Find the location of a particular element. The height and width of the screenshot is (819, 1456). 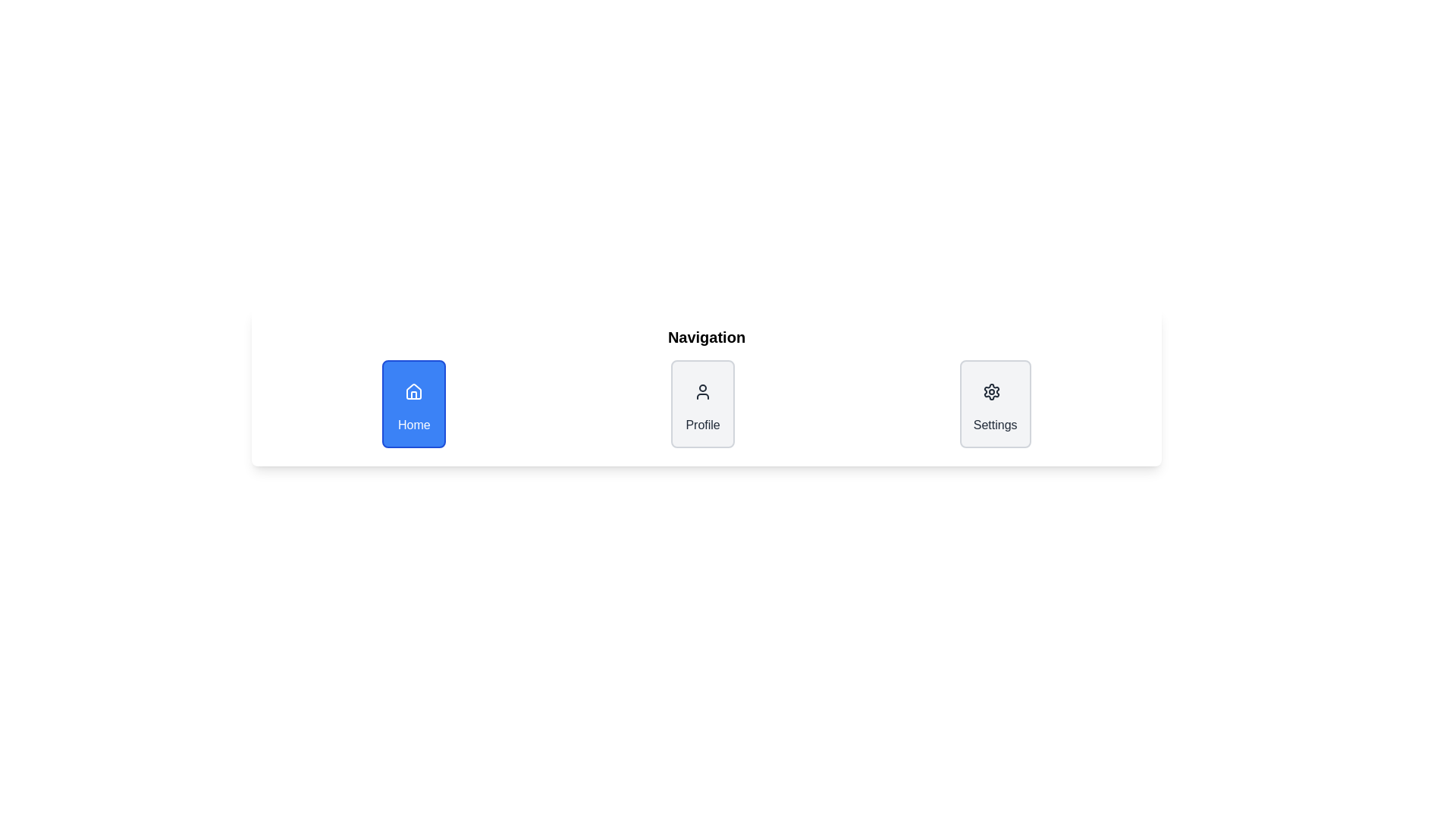

house icon SVG element located within the blue button labeled 'Home' in the navigation bar is located at coordinates (414, 391).